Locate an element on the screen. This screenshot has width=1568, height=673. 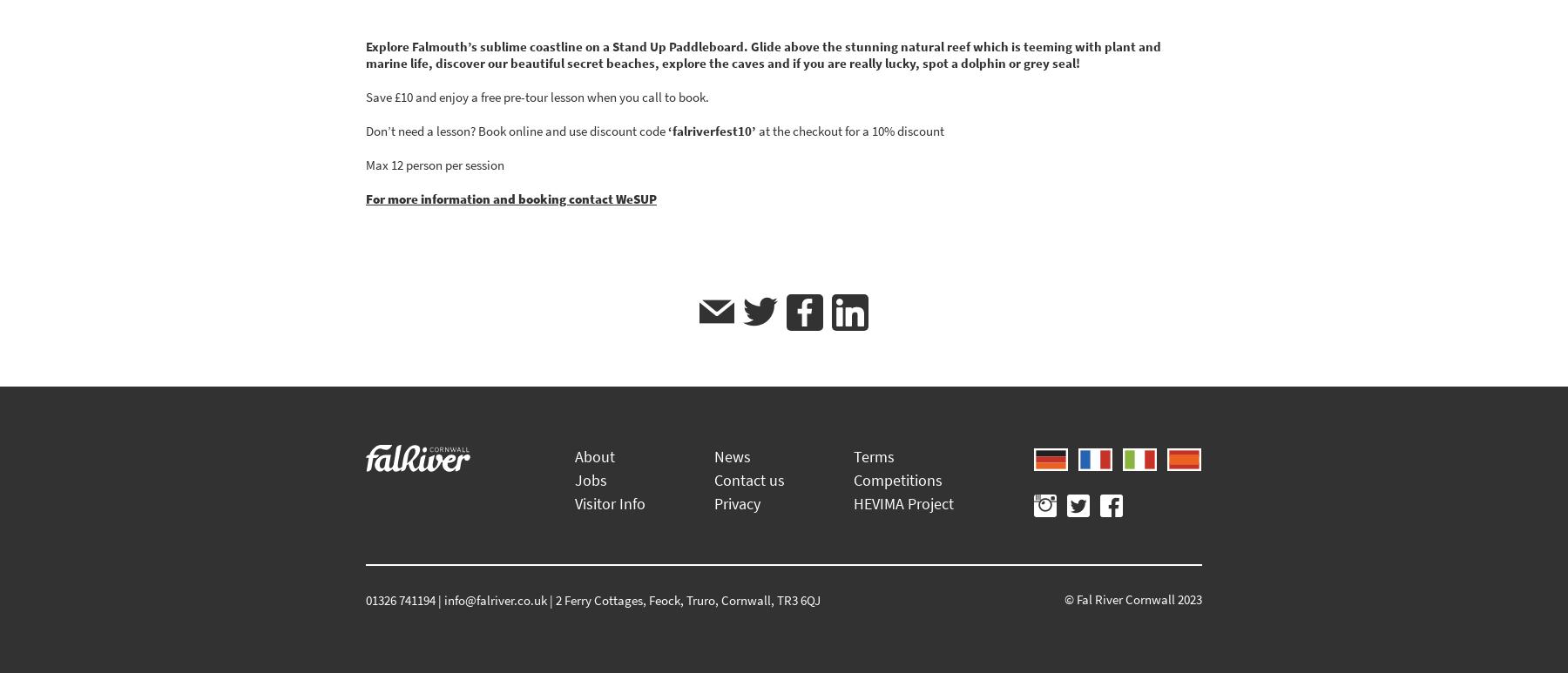
'‘falriverfest10’' is located at coordinates (712, 131).